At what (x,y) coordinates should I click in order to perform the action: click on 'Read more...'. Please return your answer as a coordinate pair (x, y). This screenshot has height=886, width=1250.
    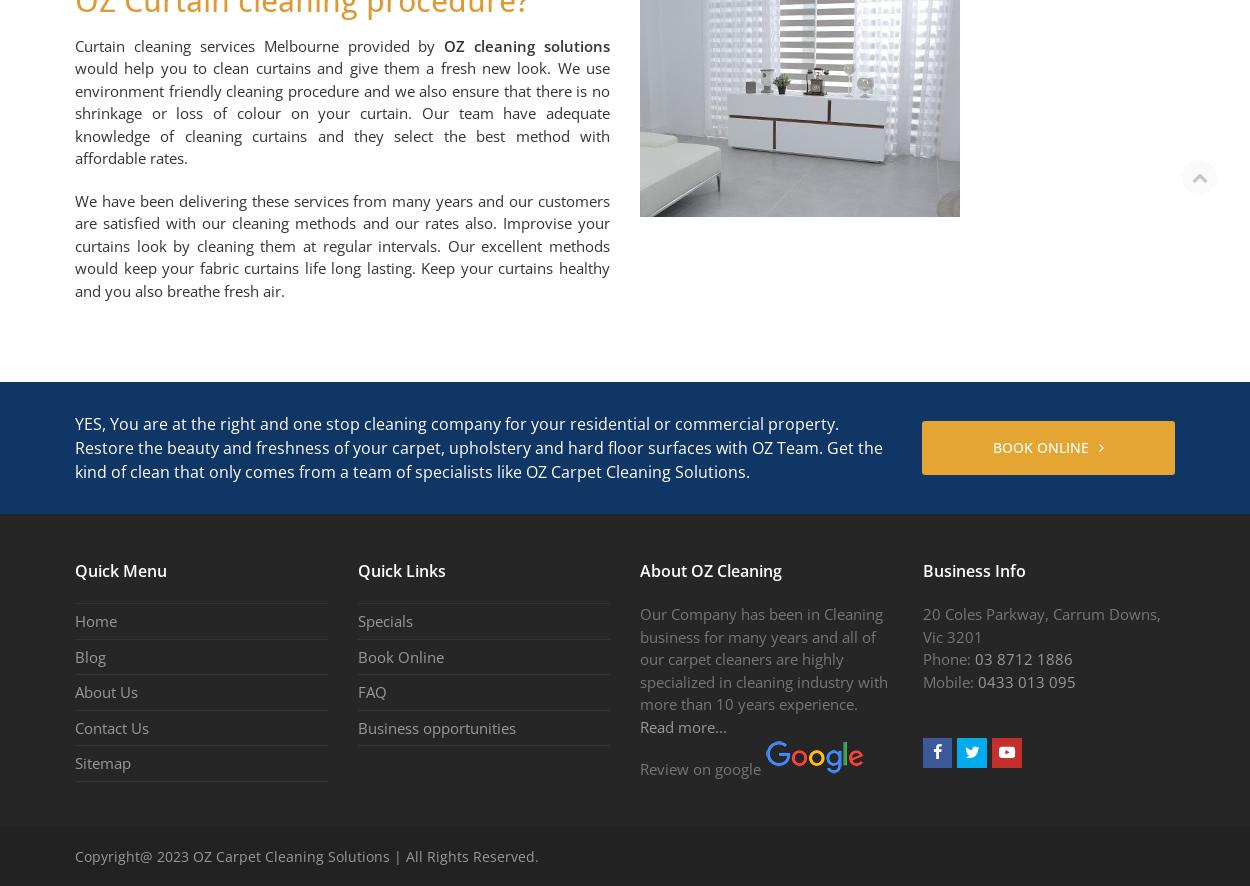
    Looking at the image, I should click on (683, 725).